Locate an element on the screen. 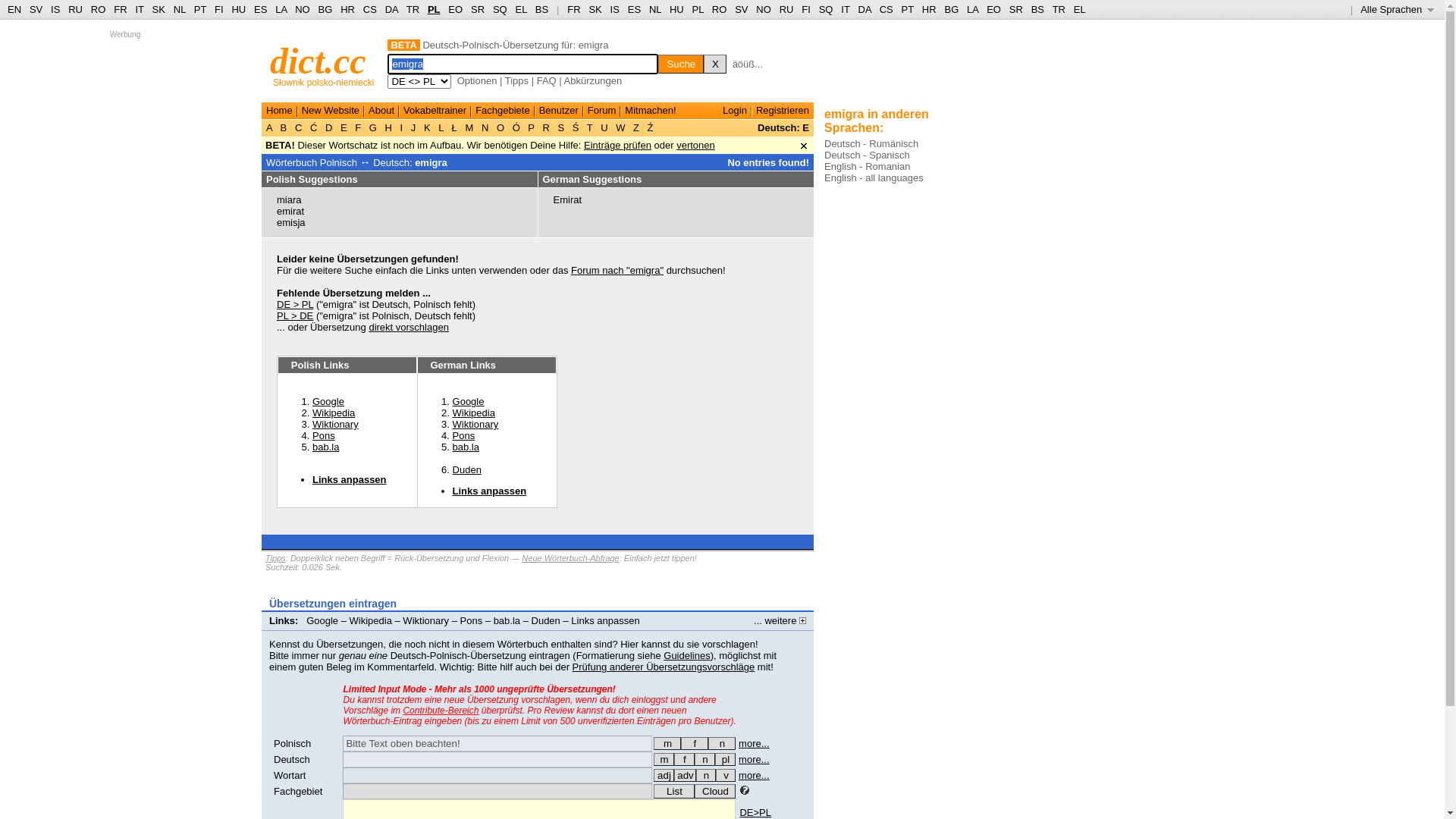  'Deutsch: E' is located at coordinates (783, 127).